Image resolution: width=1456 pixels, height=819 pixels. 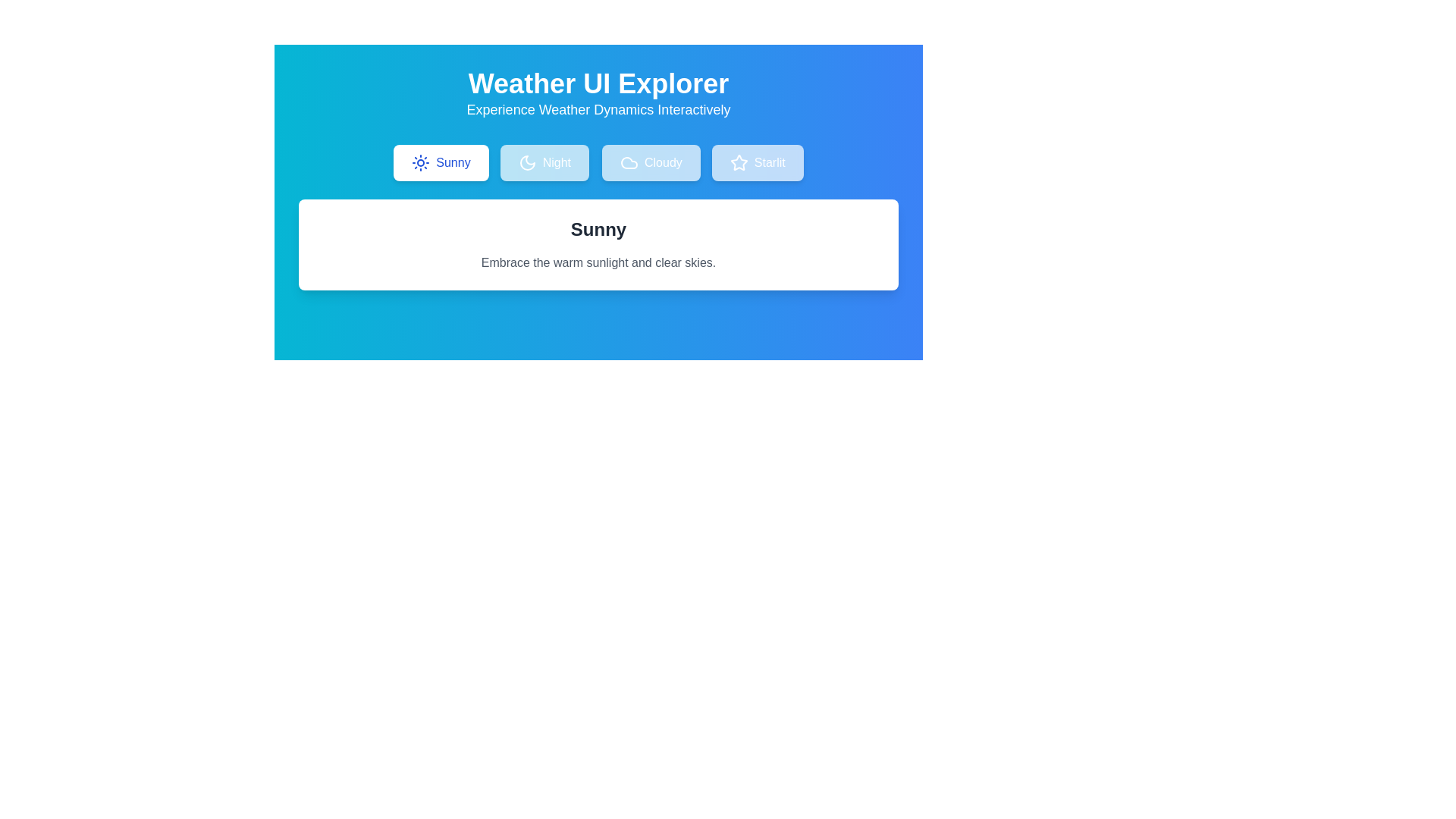 What do you see at coordinates (651, 163) in the screenshot?
I see `the Cloudy weather tab` at bounding box center [651, 163].